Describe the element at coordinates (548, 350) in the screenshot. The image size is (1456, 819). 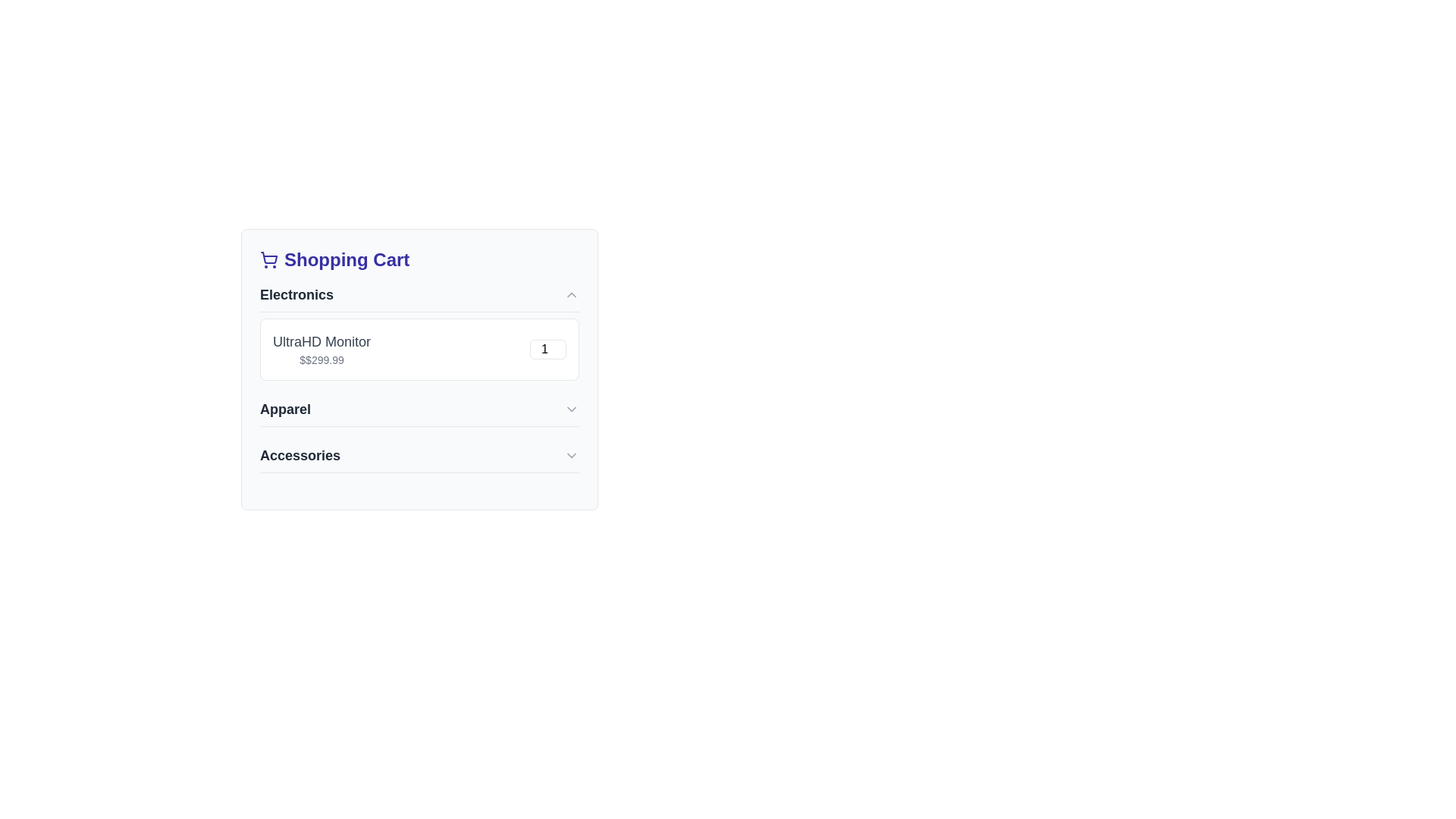
I see `the input field for specifying the quantity of the 'UltraHD Monitor' to focus and edit the quantity` at that location.